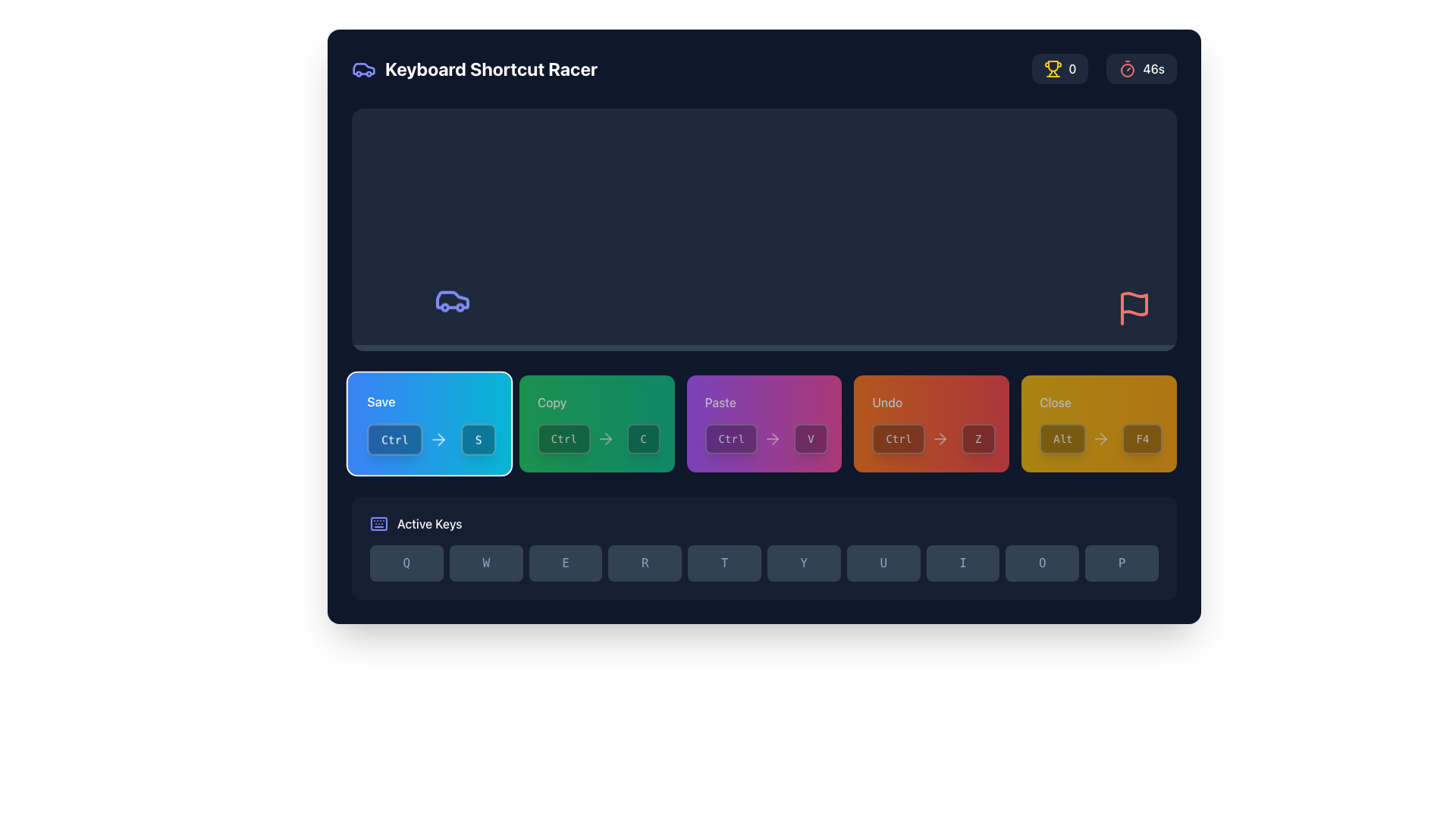  I want to click on the 'Ctrl' button in the Shortcut instruction display located in the 'Copy' section, which is styled with a rectangular shape and rounded edges, positioned between 'Save' and 'Paste', so click(596, 438).